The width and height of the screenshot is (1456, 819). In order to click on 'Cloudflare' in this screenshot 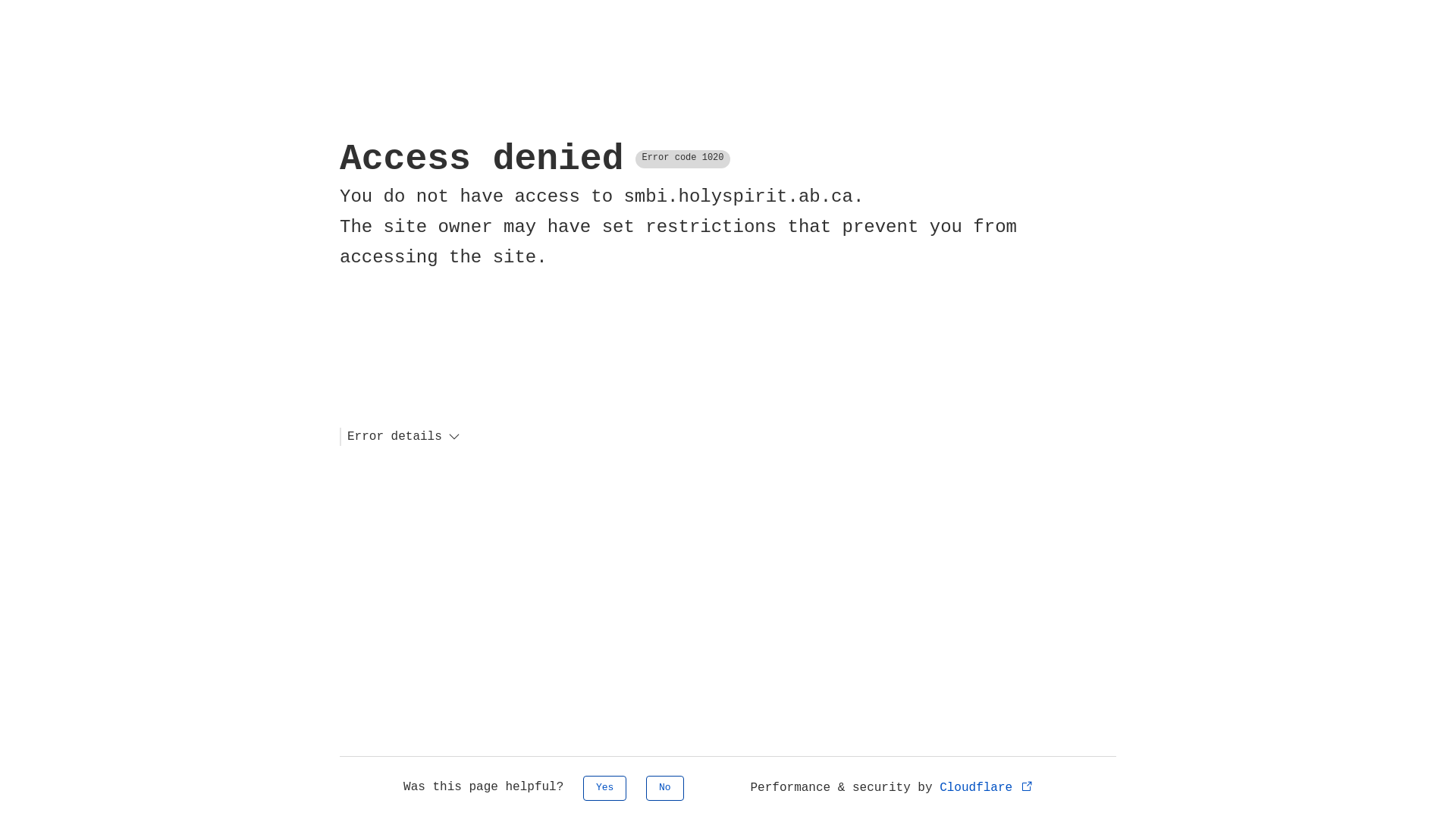, I will do `click(987, 786)`.